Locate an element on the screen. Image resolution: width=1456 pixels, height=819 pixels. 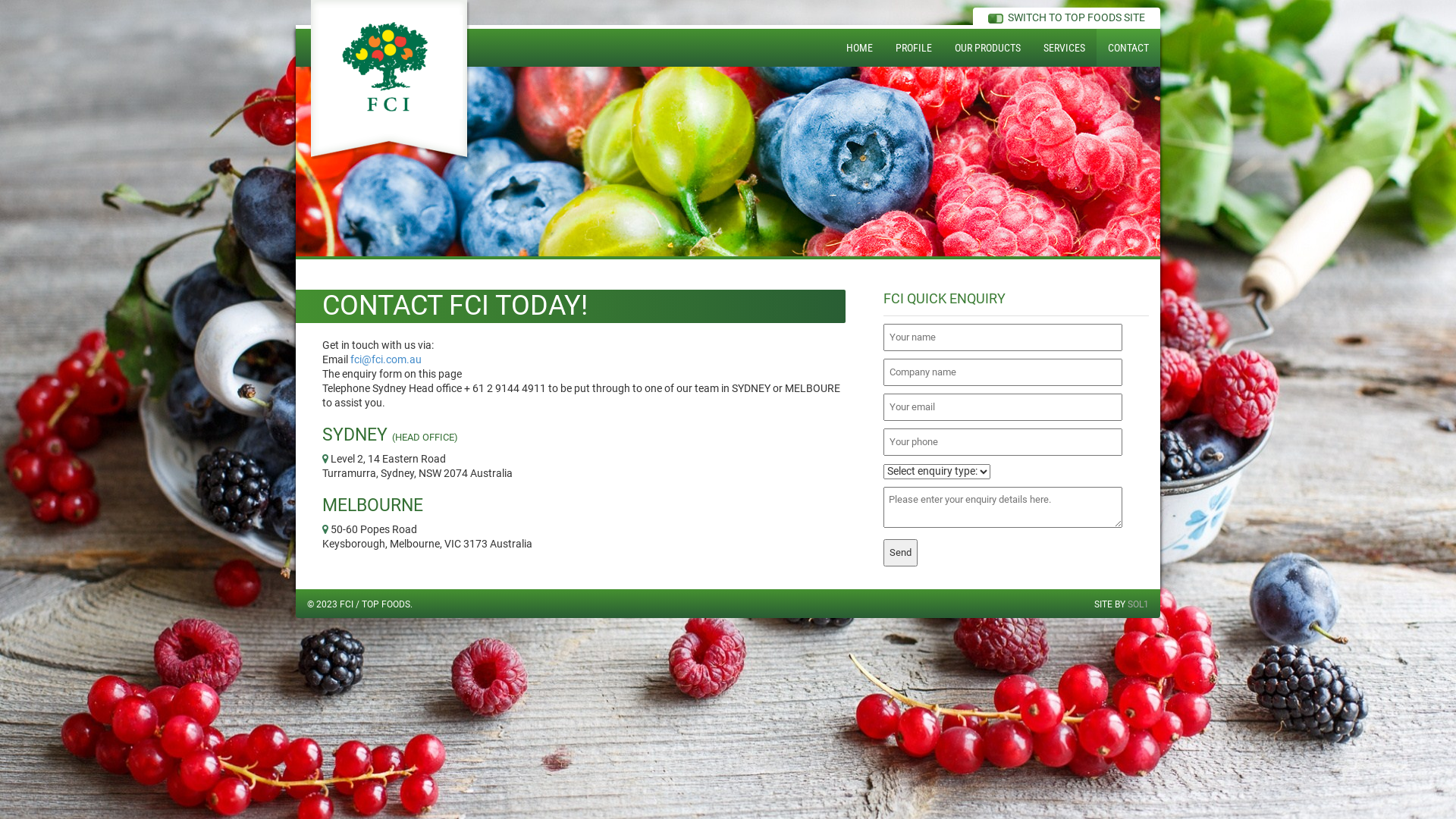
'SERVICES' is located at coordinates (1031, 46).